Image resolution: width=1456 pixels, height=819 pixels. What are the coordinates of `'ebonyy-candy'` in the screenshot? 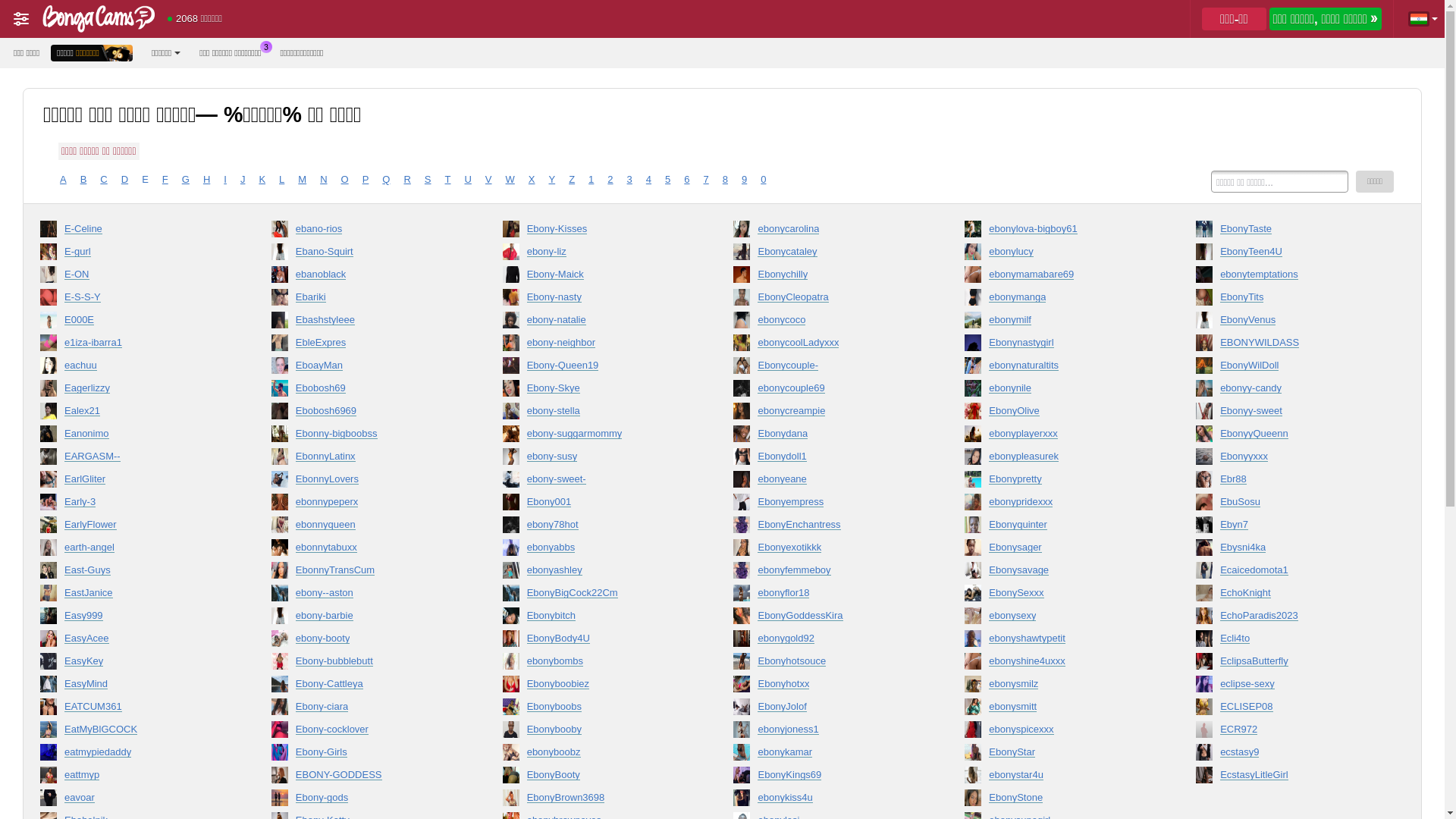 It's located at (1195, 391).